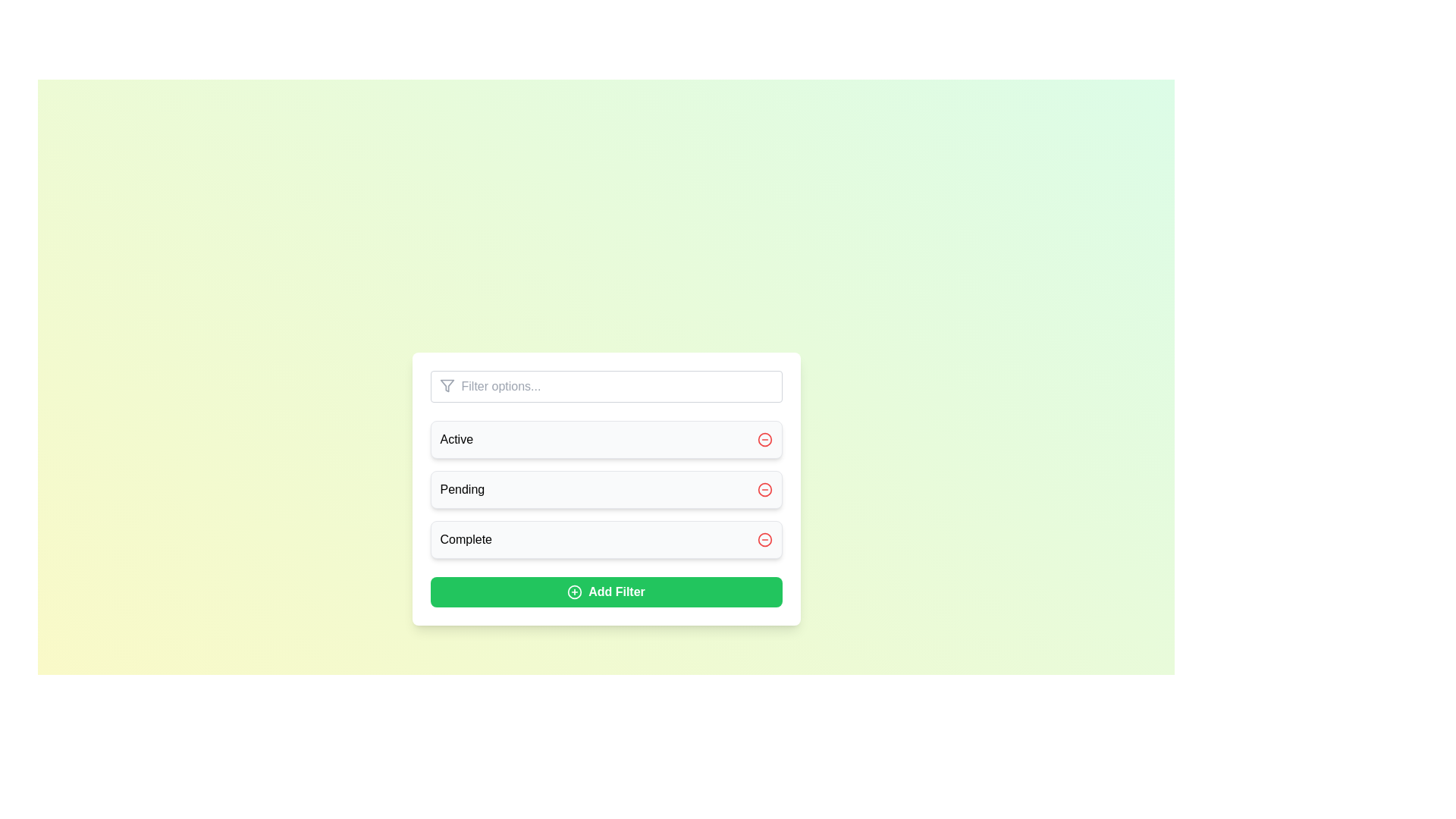 Image resolution: width=1456 pixels, height=819 pixels. What do you see at coordinates (574, 591) in the screenshot?
I see `the circular icon with a green outline and a plus sign in the center, located within the 'Add Filter' button at the bottom of the filter selection panel` at bounding box center [574, 591].